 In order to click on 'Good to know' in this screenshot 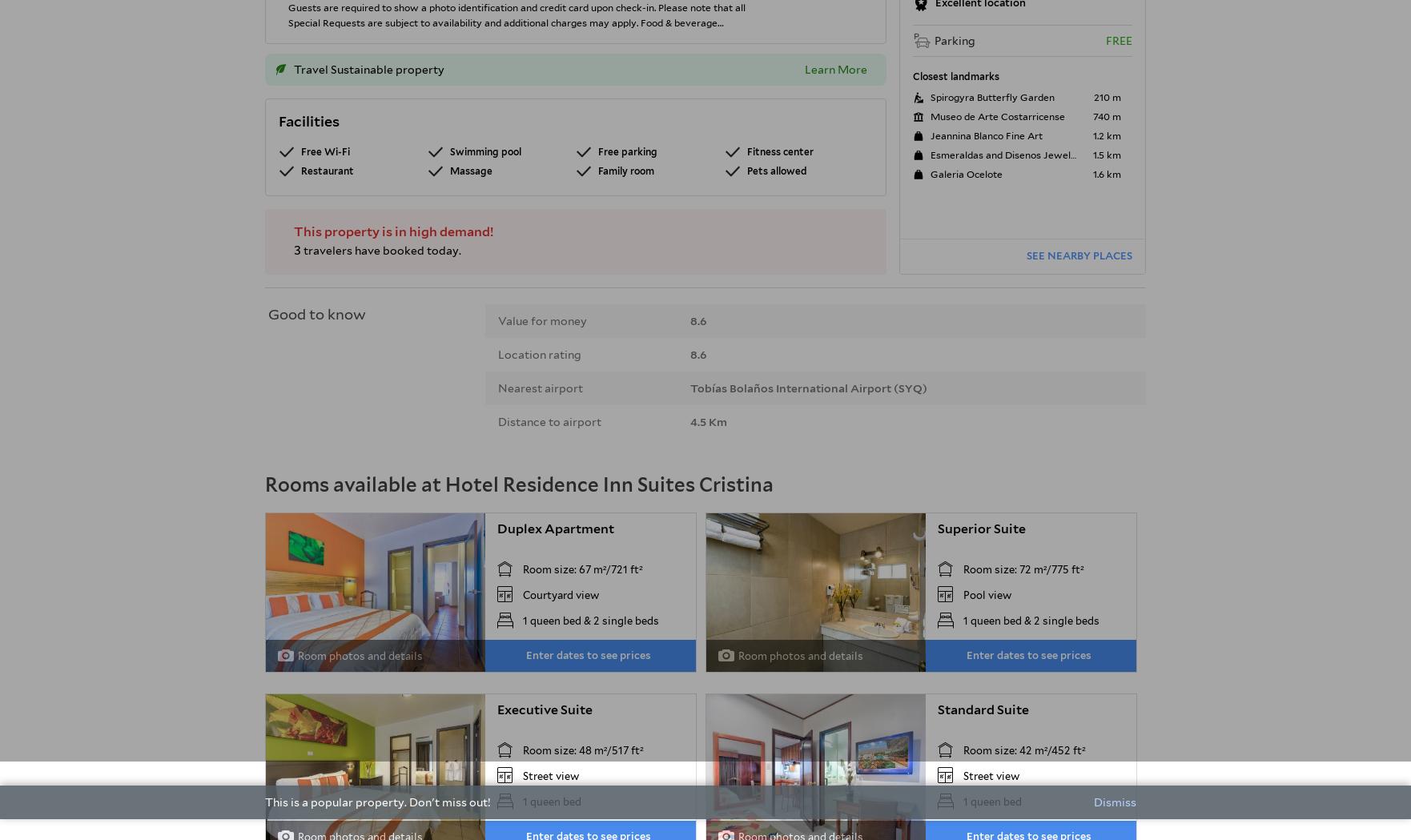, I will do `click(316, 313)`.